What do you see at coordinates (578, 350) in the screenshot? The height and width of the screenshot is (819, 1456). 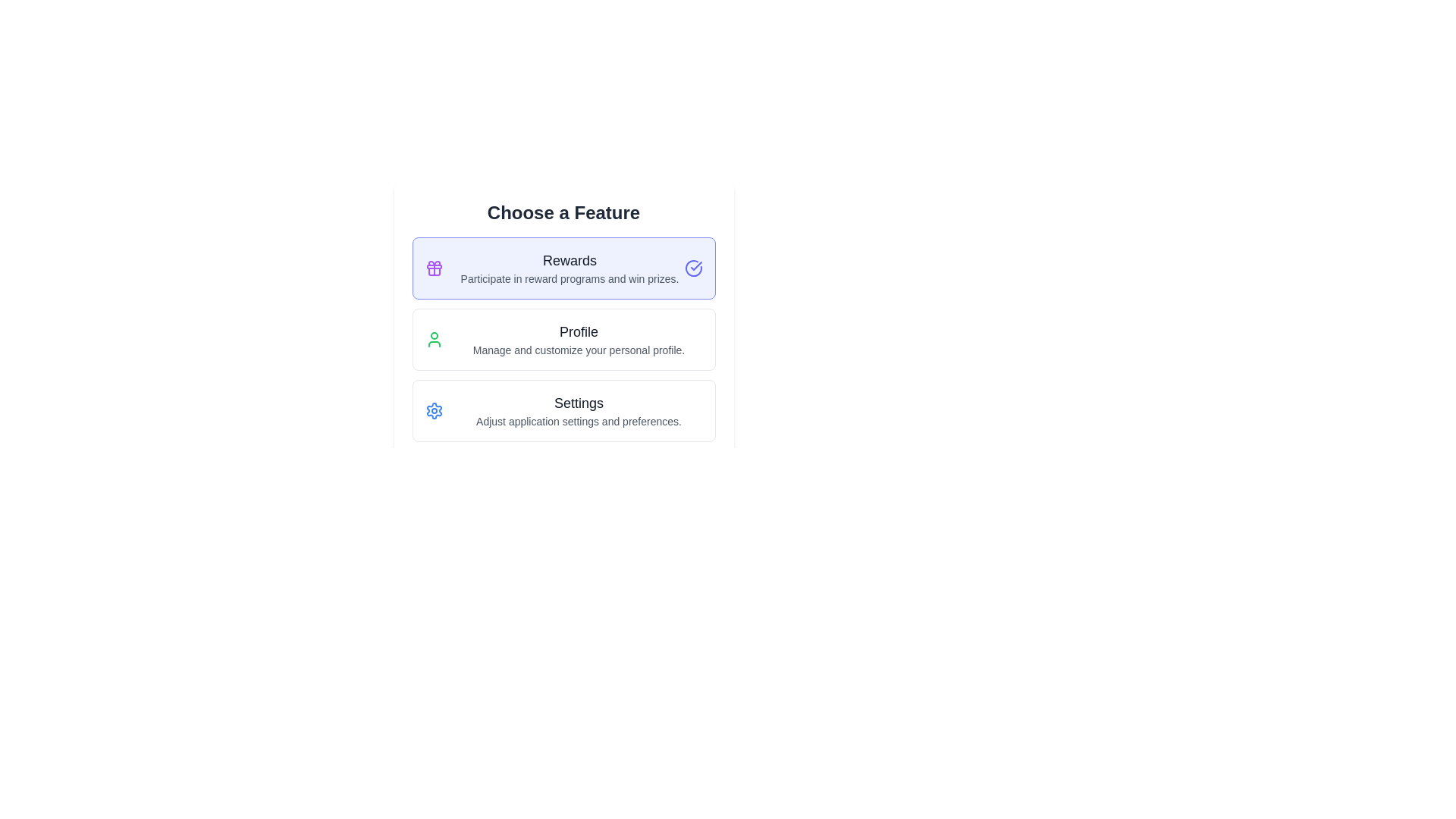 I see `the informational text located beneath the 'Profile' section title, which provides details about the features or actions associated with the 'Profile' section` at bounding box center [578, 350].